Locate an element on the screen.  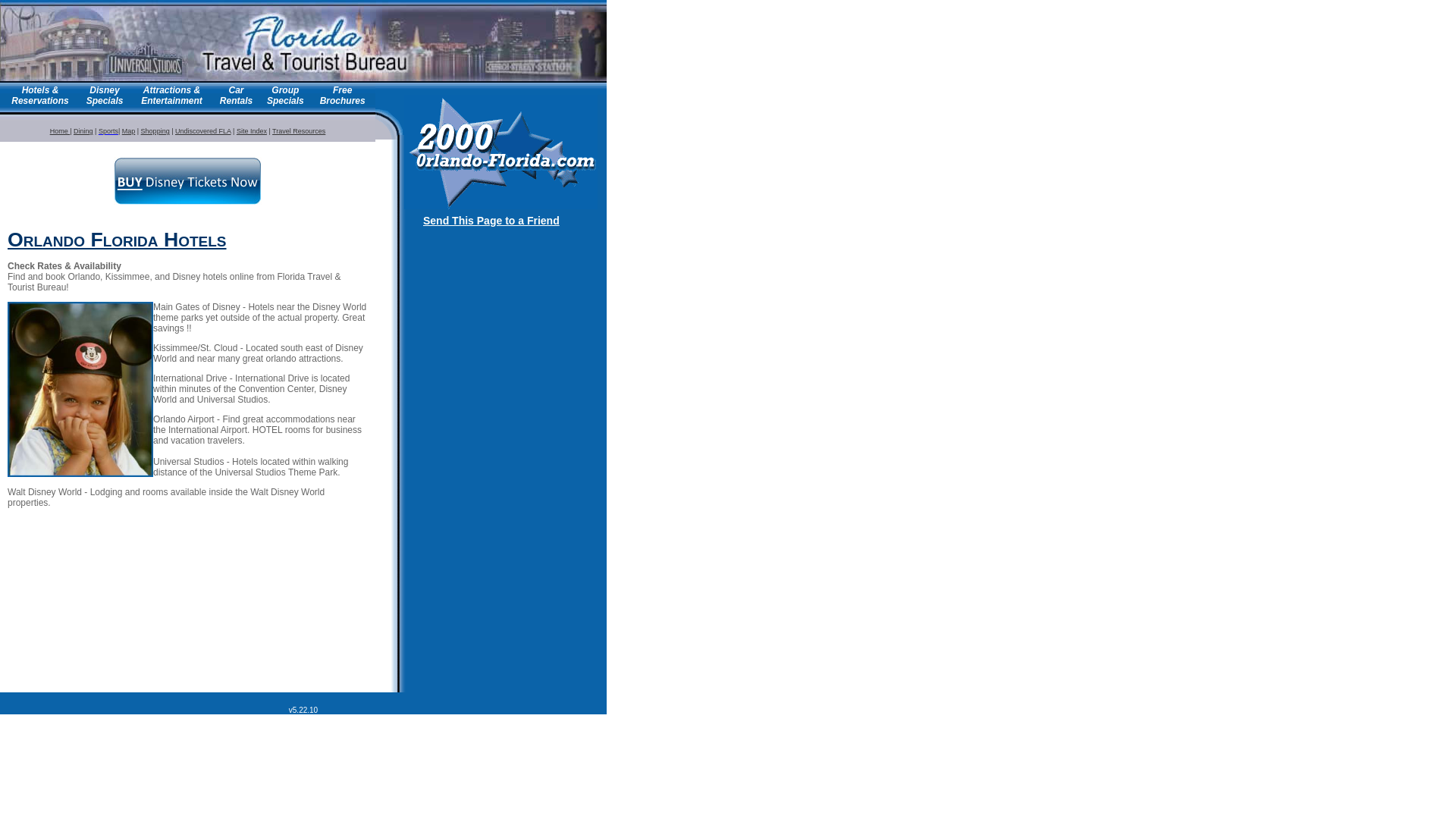
'Group is located at coordinates (266, 96).